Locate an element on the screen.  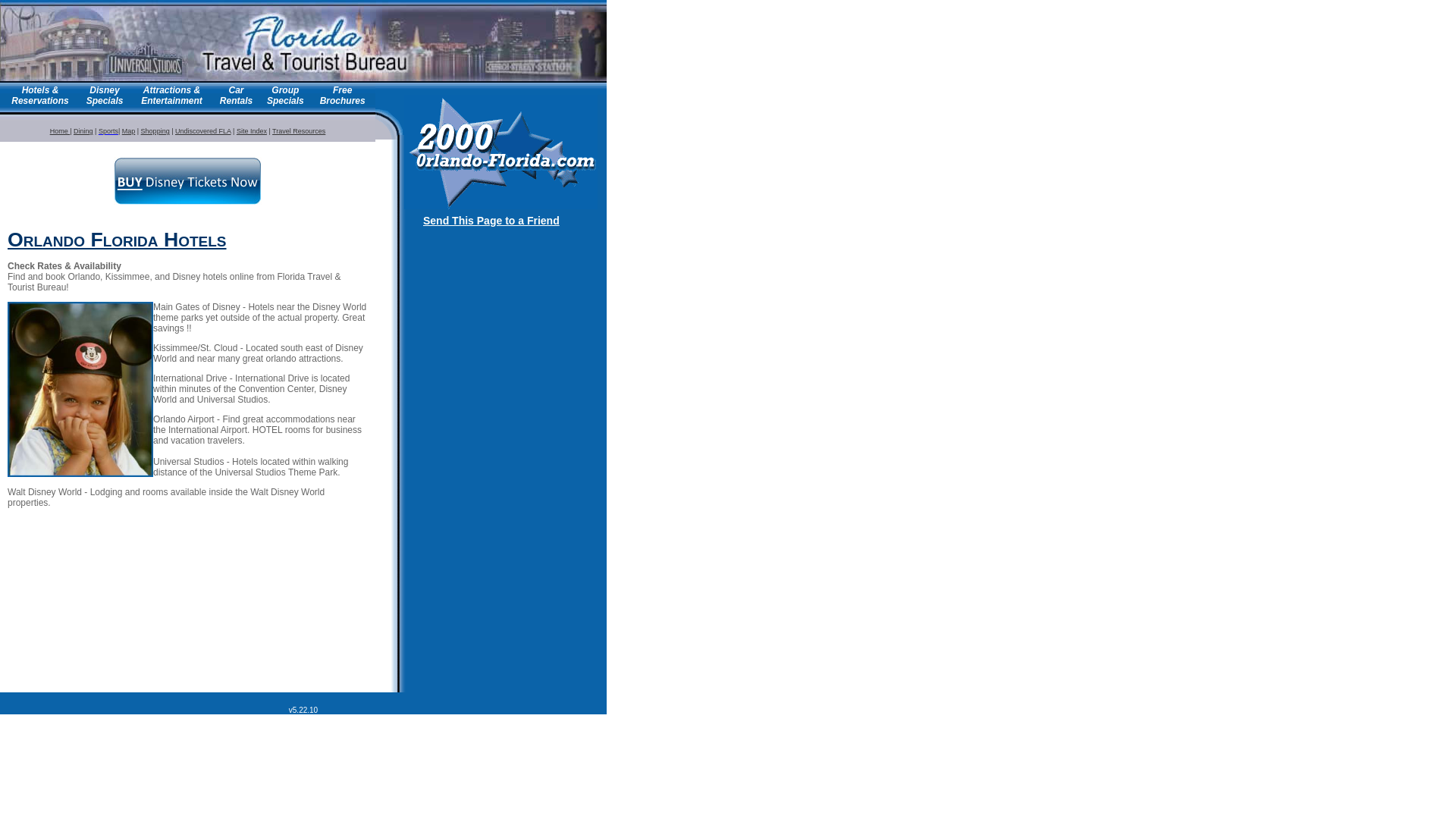
'Group is located at coordinates (266, 96).